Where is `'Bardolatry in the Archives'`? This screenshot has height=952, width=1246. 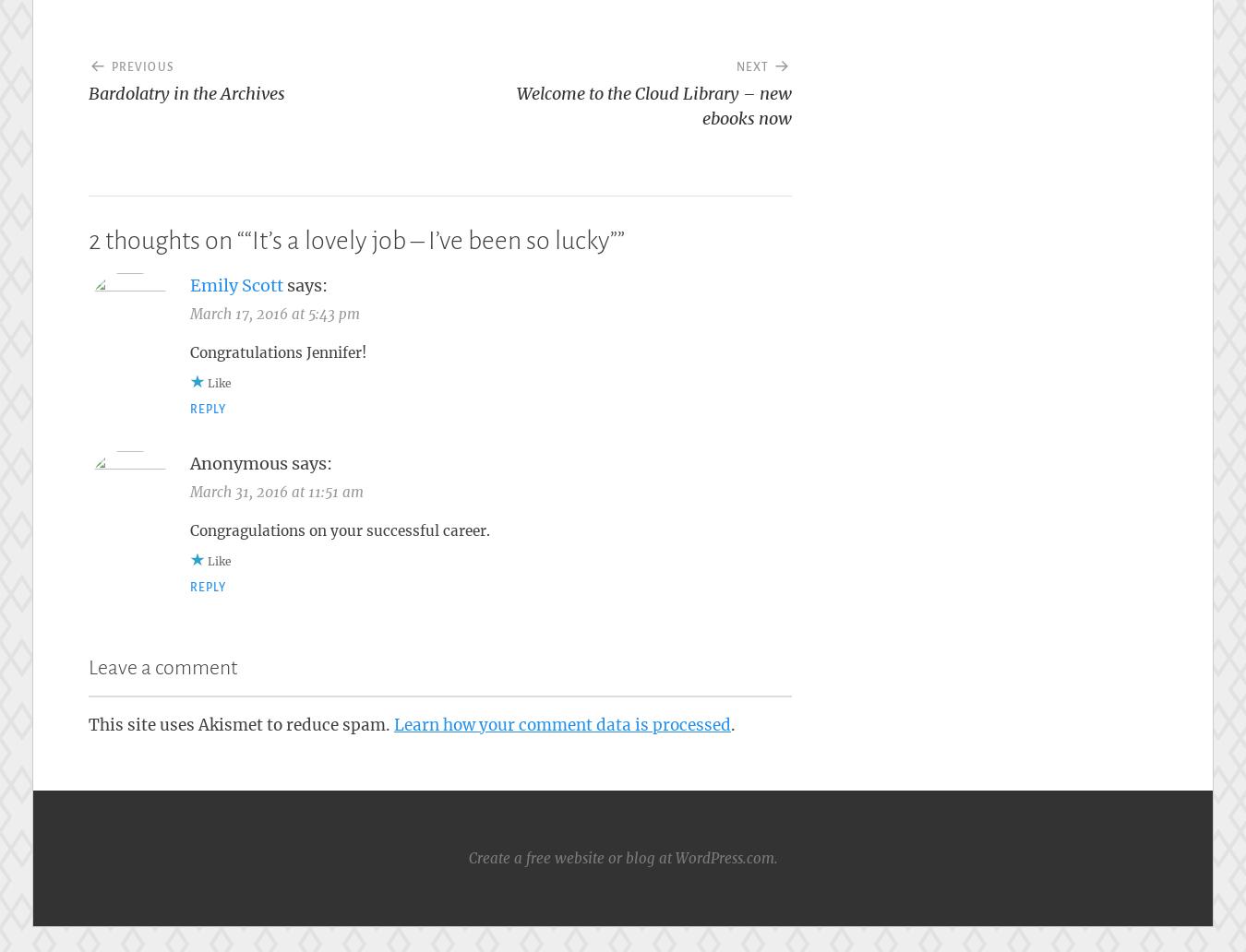
'Bardolatry in the Archives' is located at coordinates (87, 92).